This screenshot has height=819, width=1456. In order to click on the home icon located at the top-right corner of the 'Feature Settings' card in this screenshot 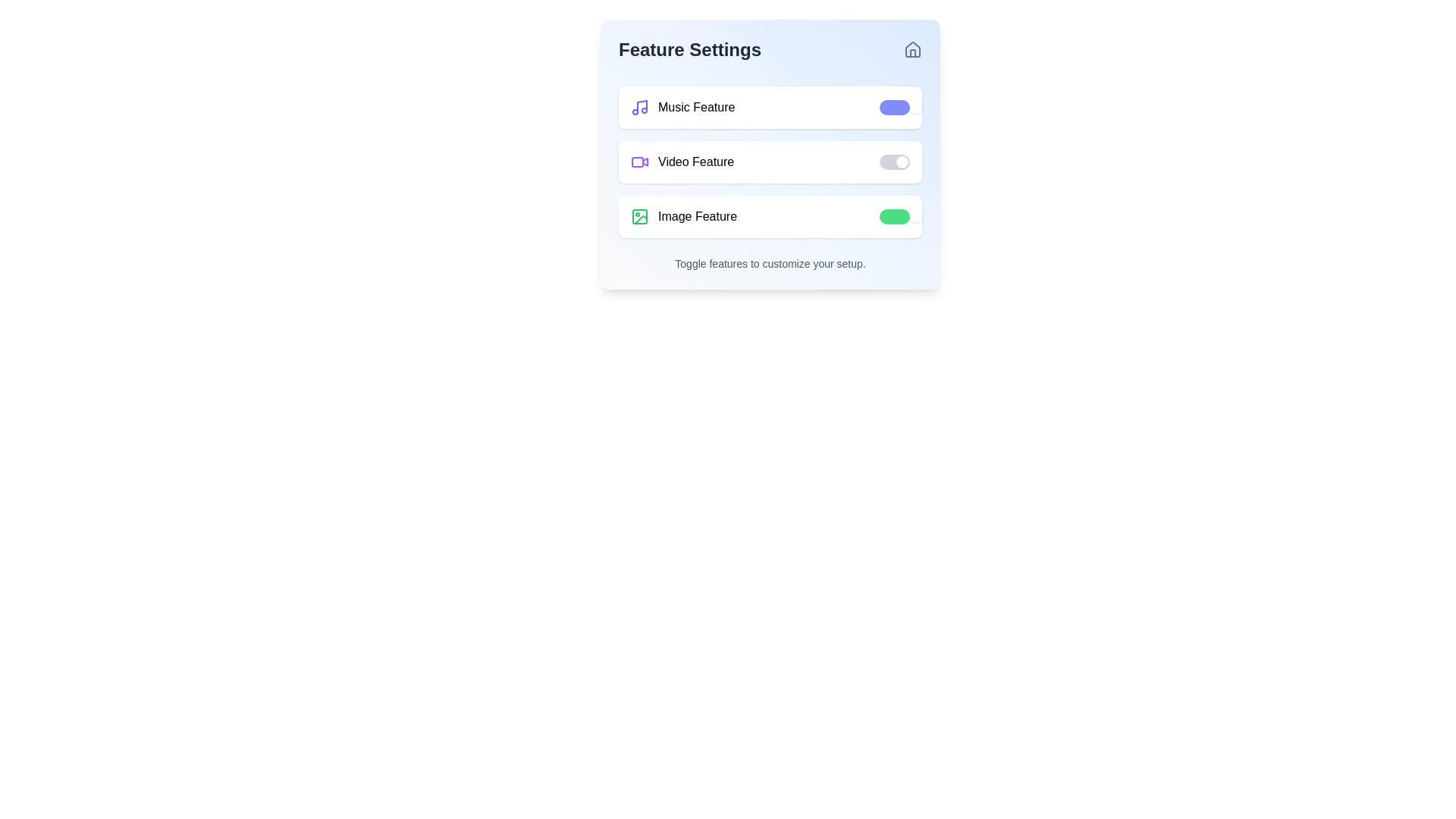, I will do `click(912, 49)`.